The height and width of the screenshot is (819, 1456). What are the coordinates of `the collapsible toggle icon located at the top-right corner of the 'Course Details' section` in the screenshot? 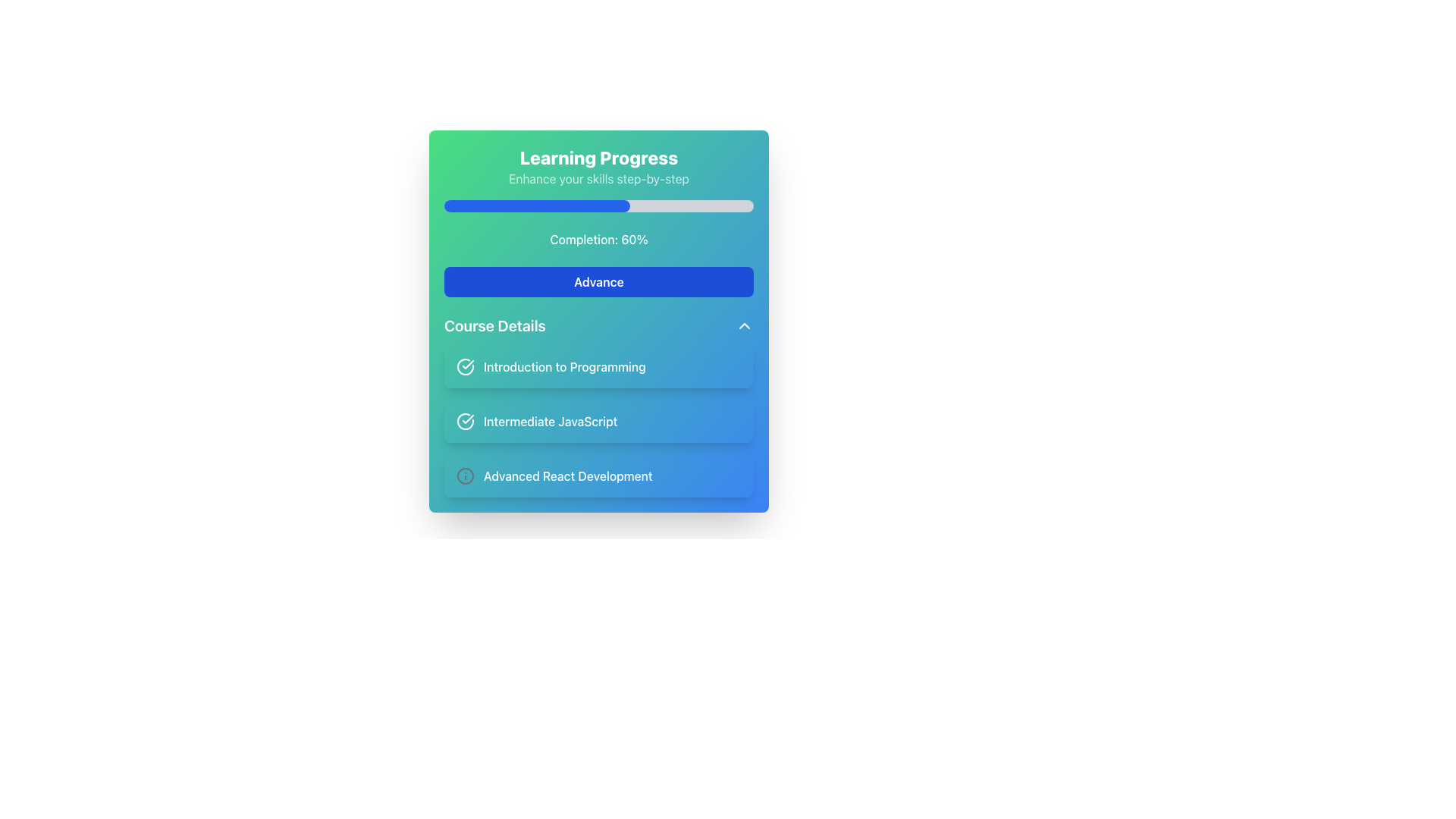 It's located at (745, 325).